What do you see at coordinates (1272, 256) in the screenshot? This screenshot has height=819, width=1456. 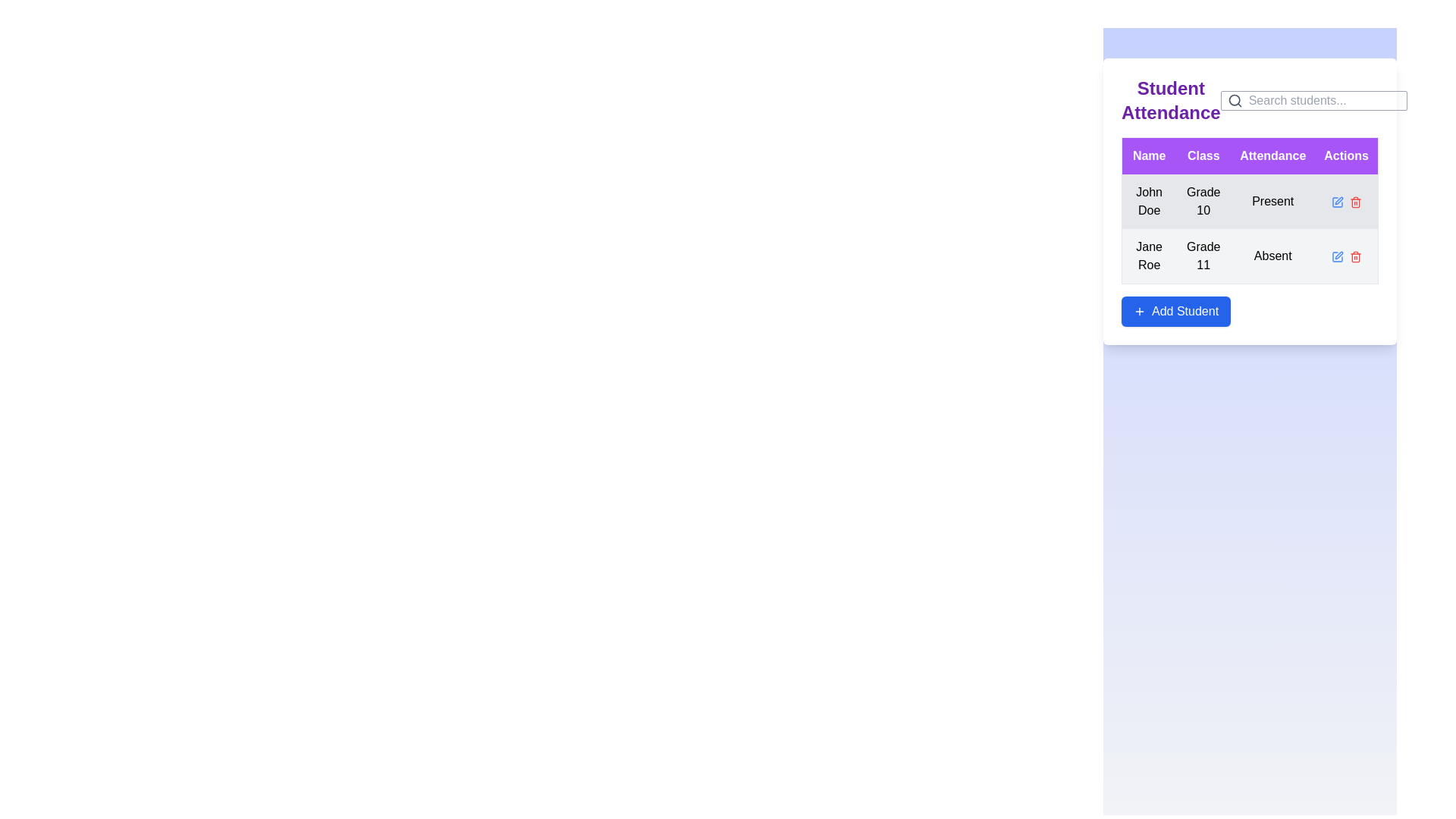 I see `the text label displaying 'Absent' for the student 'Jane Roe' in the 'Attendance' column of the 'Student Attendance' section` at bounding box center [1272, 256].